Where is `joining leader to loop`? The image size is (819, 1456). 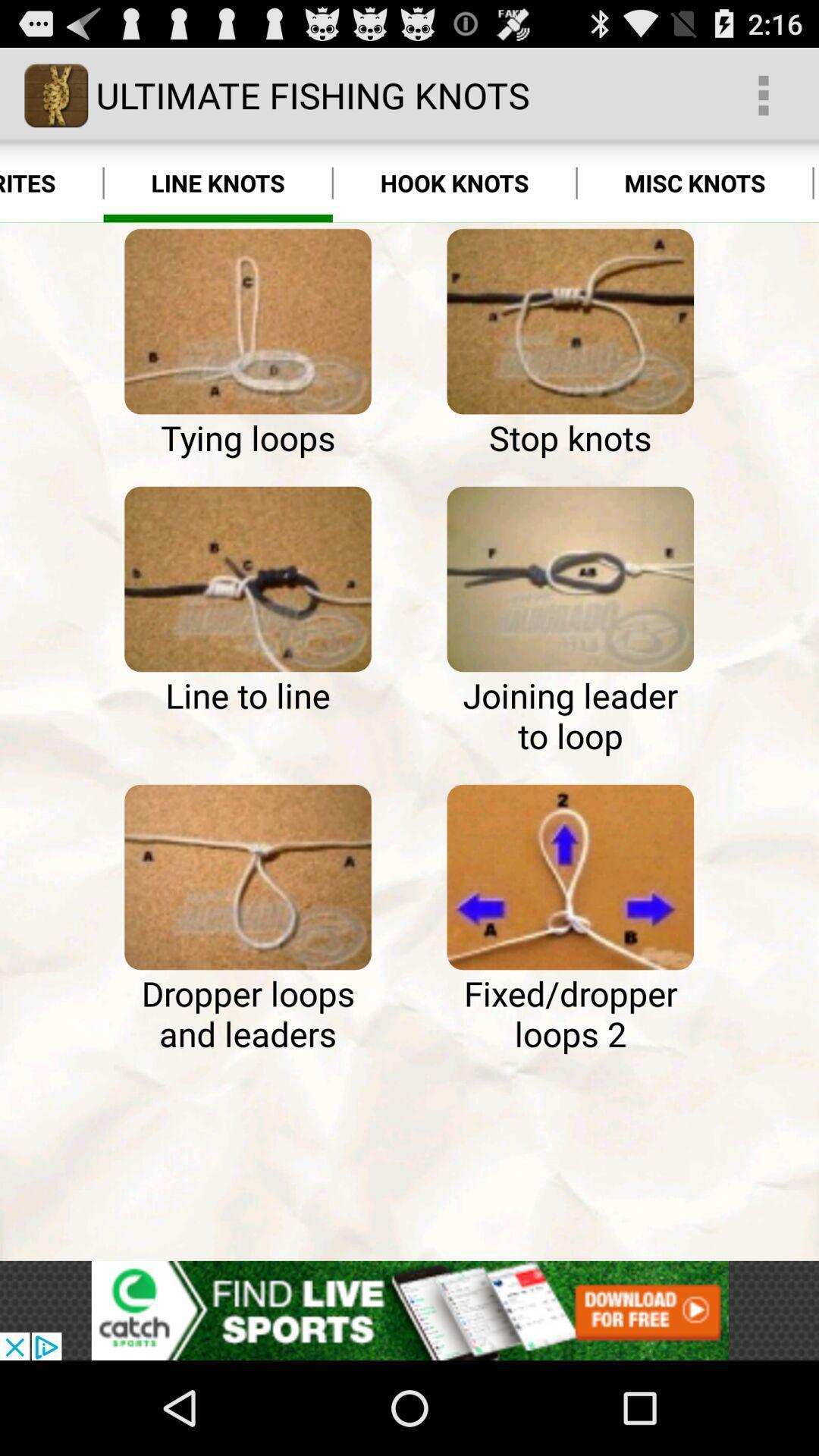
joining leader to loop is located at coordinates (570, 578).